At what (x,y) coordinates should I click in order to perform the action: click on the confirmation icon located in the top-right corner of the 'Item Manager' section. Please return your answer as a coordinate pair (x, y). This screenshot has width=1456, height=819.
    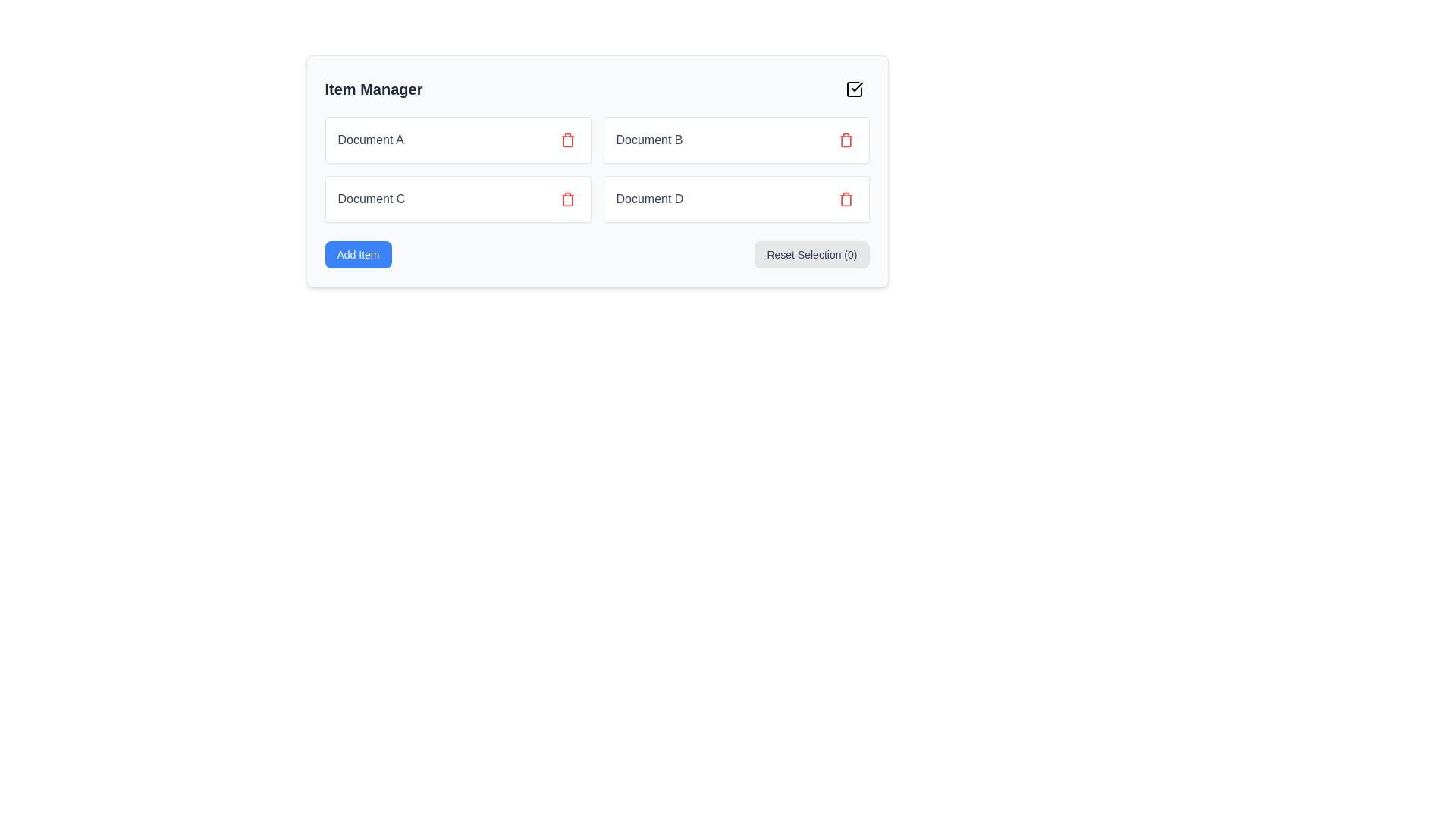
    Looking at the image, I should click on (856, 87).